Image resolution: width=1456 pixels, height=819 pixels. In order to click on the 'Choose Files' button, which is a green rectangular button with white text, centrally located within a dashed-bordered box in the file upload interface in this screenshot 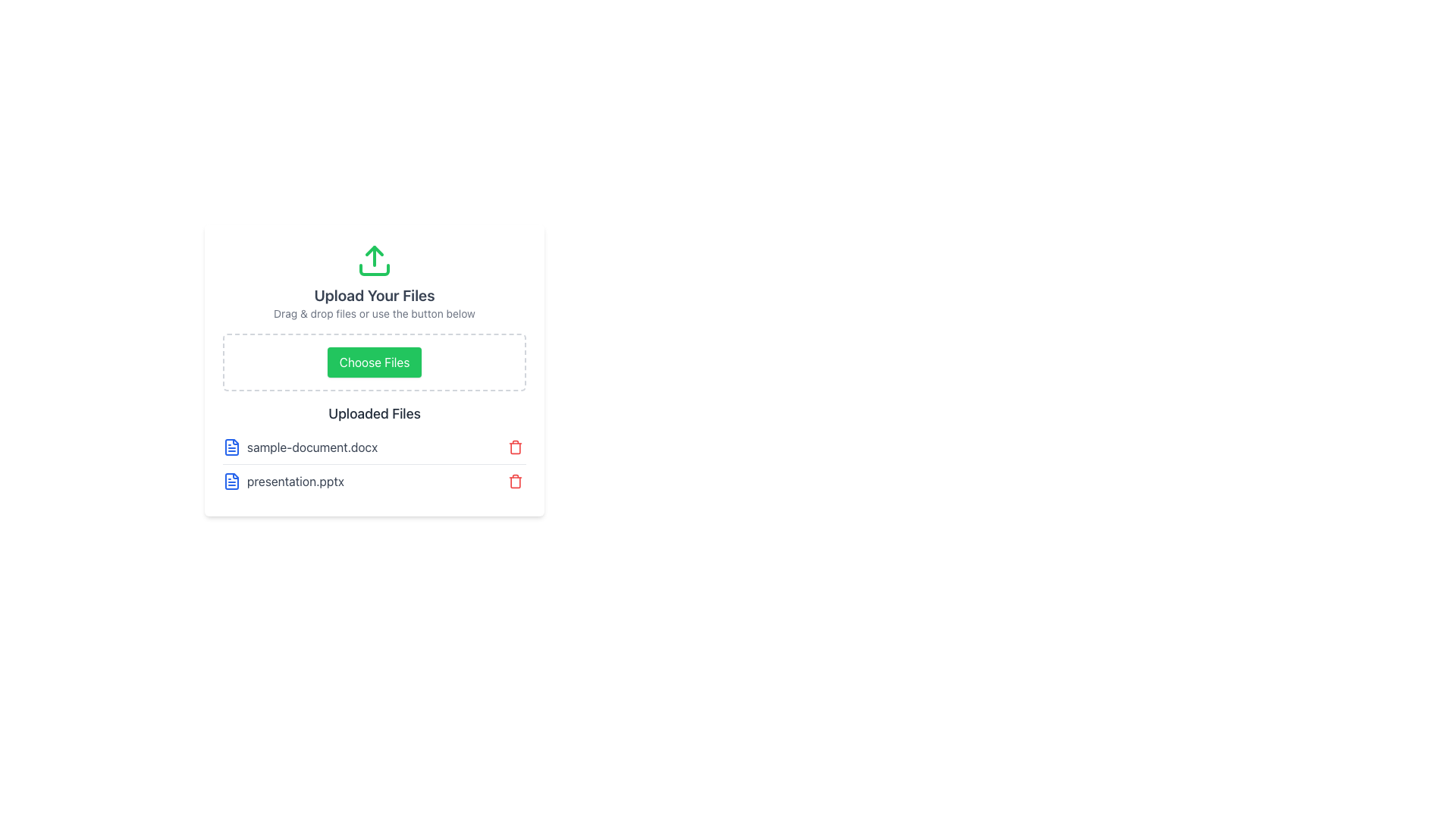, I will do `click(375, 362)`.